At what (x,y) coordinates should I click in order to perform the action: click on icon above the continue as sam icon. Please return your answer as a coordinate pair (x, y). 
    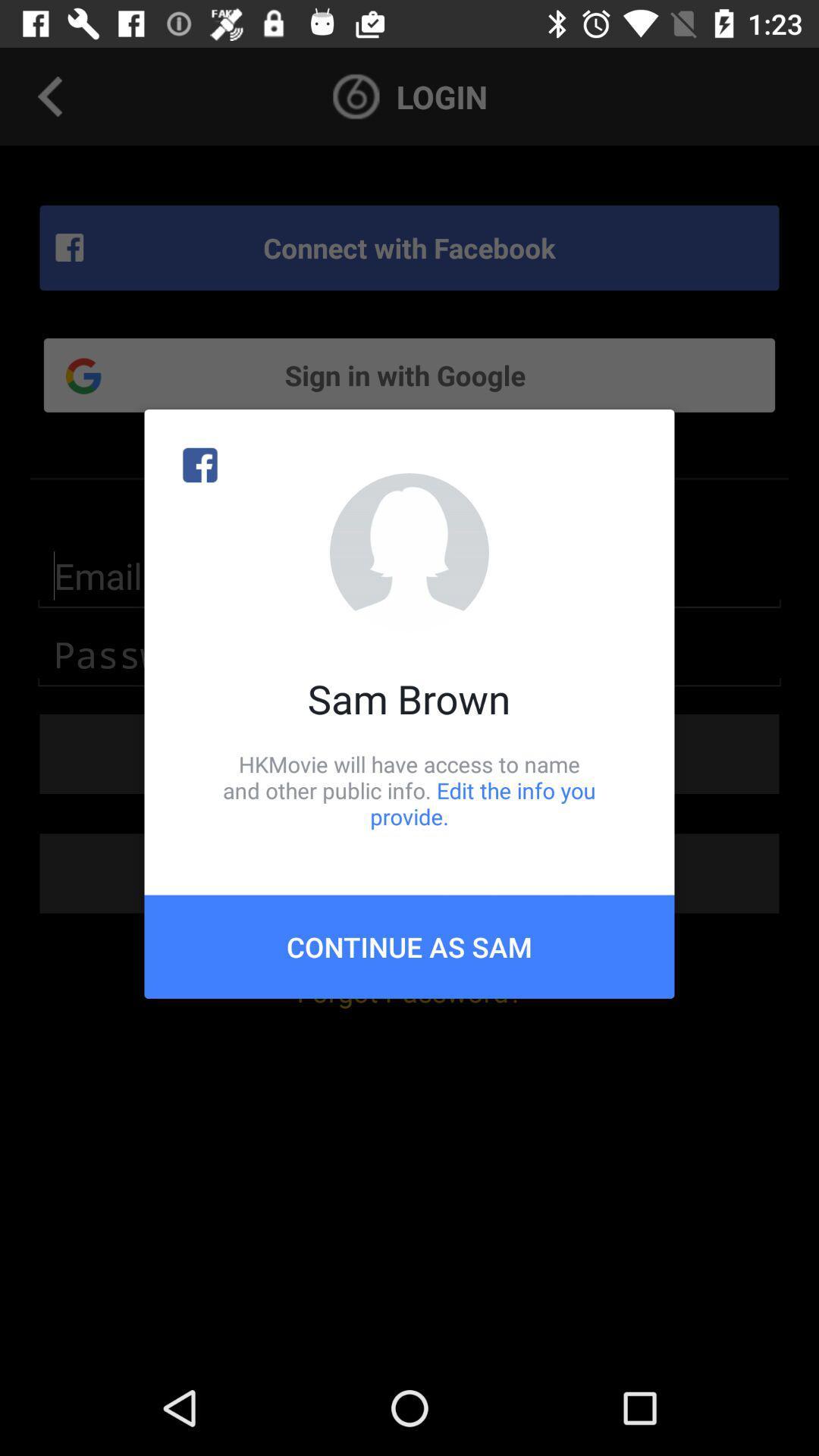
    Looking at the image, I should click on (409, 789).